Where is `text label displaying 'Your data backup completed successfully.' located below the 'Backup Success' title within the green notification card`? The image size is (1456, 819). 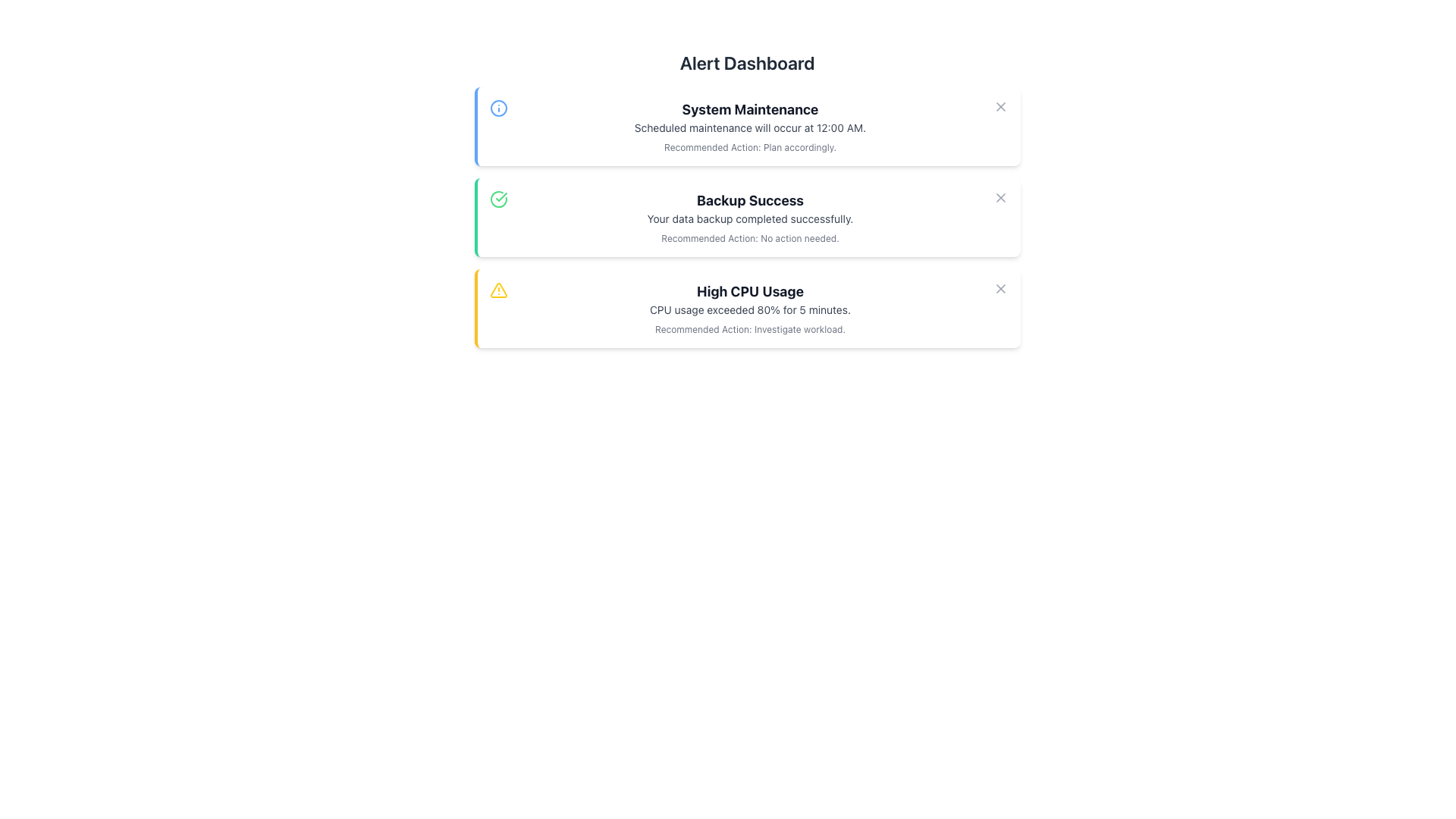 text label displaying 'Your data backup completed successfully.' located below the 'Backup Success' title within the green notification card is located at coordinates (750, 219).